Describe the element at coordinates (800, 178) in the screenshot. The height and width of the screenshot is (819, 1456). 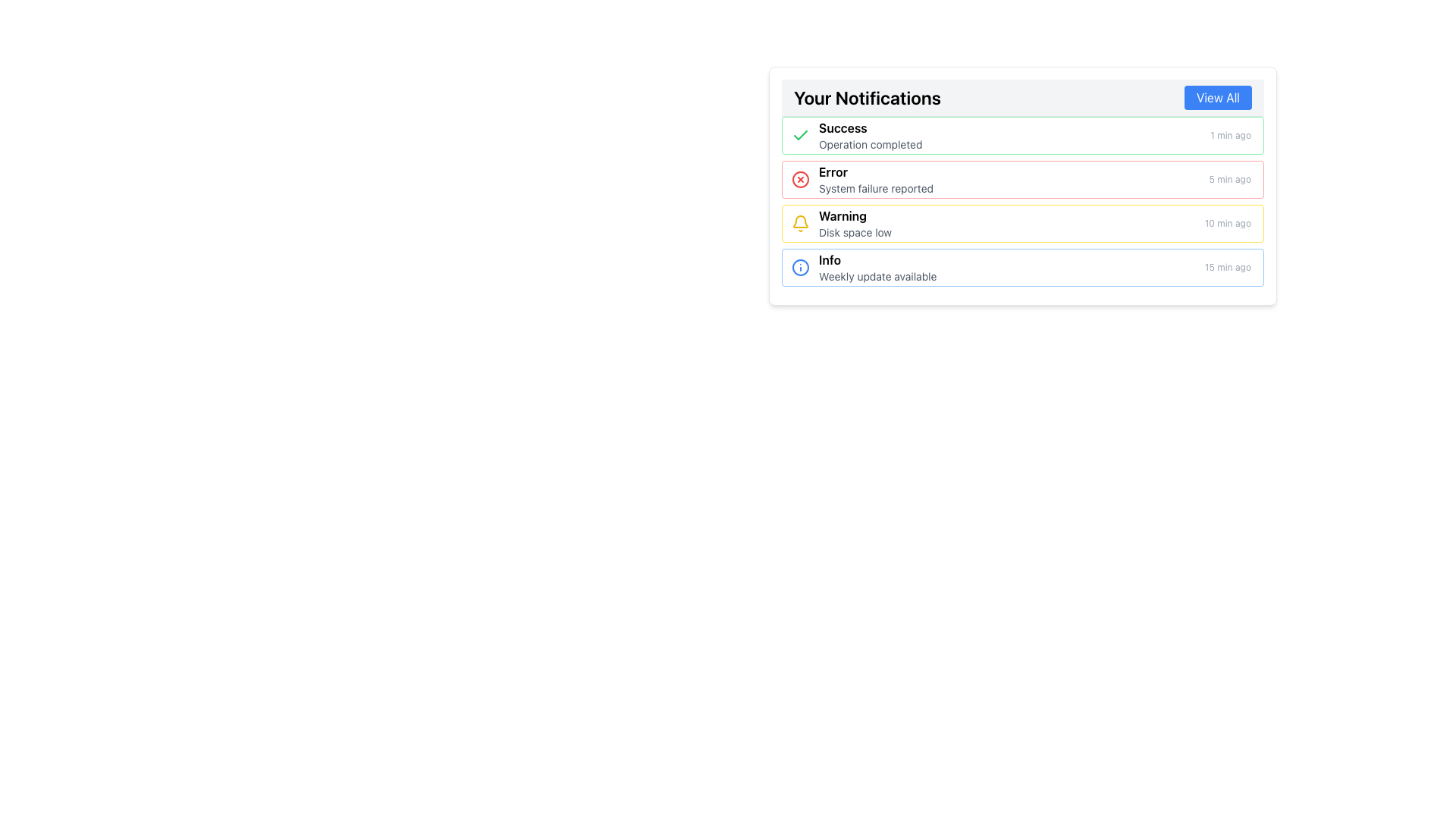
I see `the circular part of the SVG icon that indicates an error notification, located to the left of the 'Error' label in the notifications list` at that location.